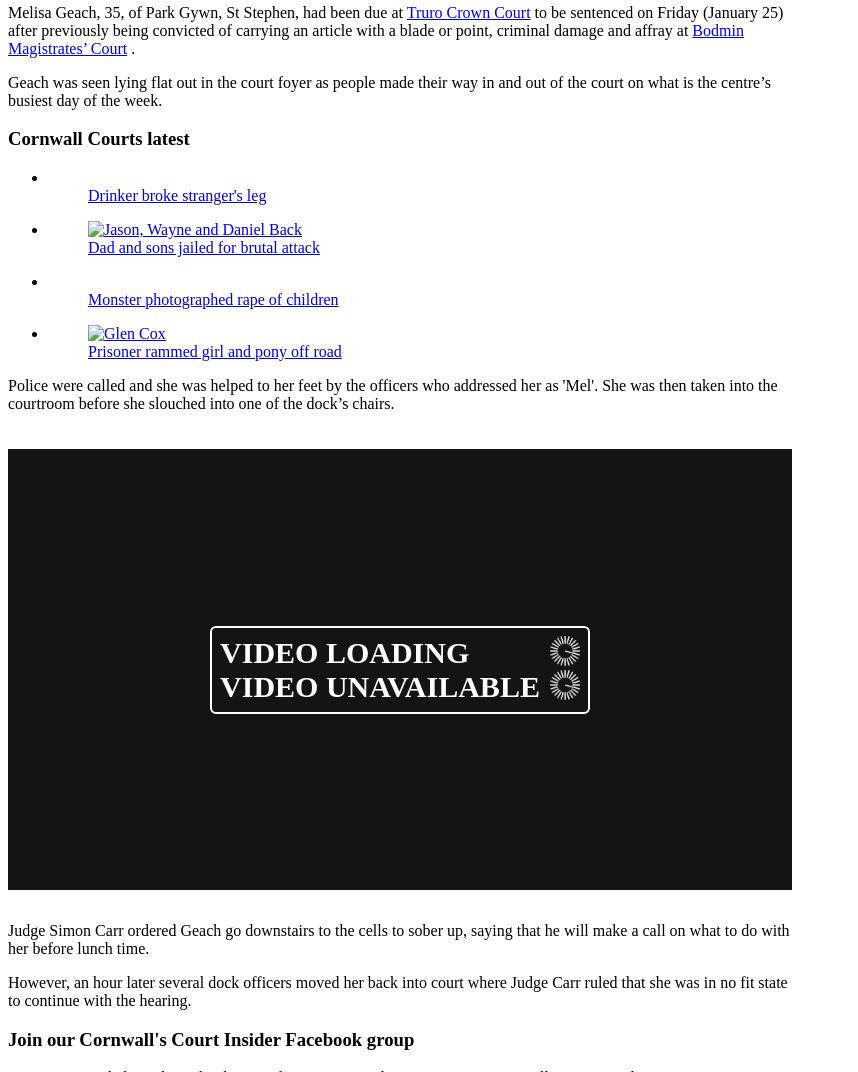 The width and height of the screenshot is (858, 1072). Describe the element at coordinates (214, 351) in the screenshot. I see `'Prisoner rammed girl and pony off road'` at that location.